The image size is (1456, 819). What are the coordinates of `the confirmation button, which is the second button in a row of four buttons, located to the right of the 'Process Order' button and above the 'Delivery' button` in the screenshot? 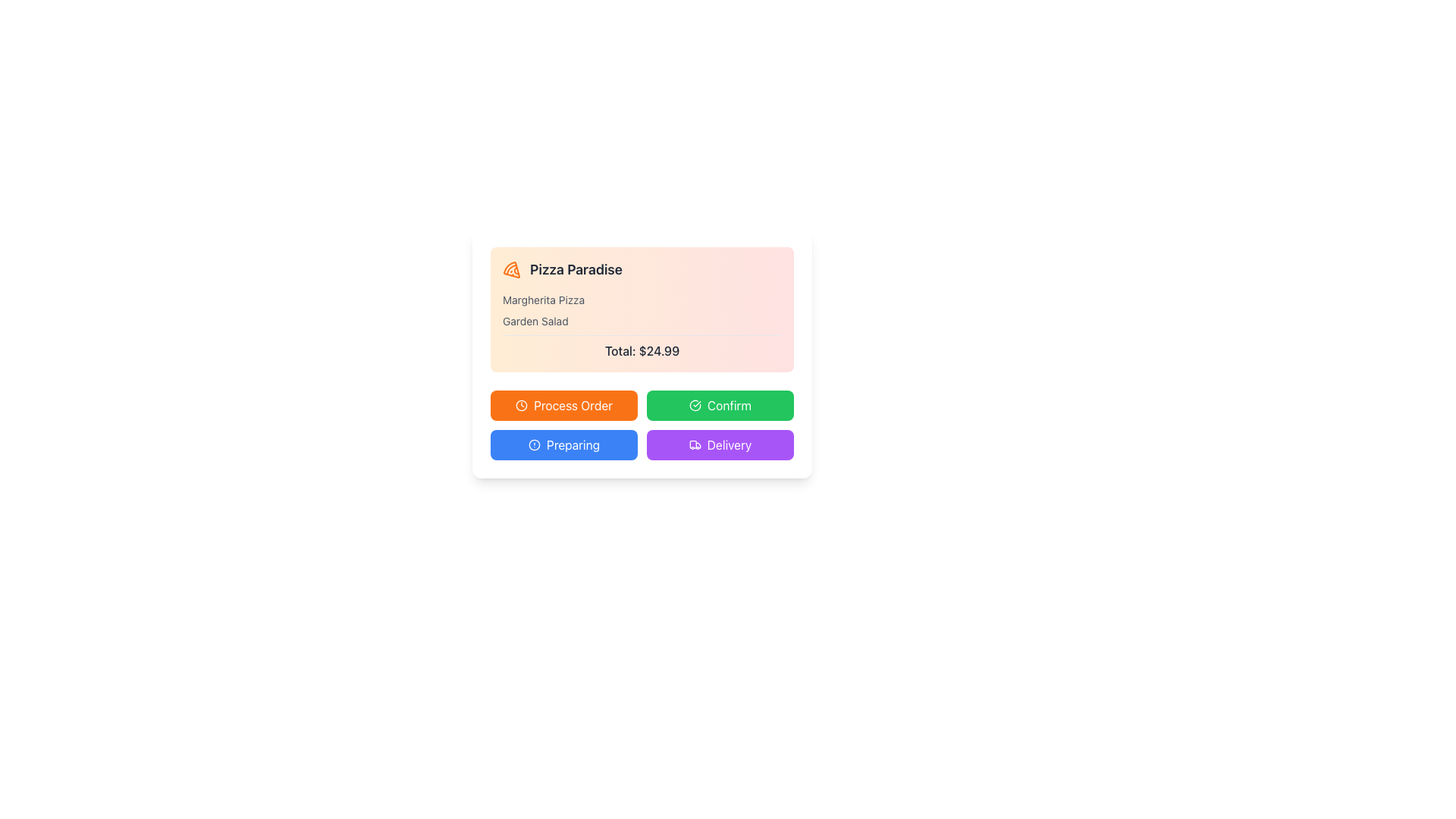 It's located at (720, 405).